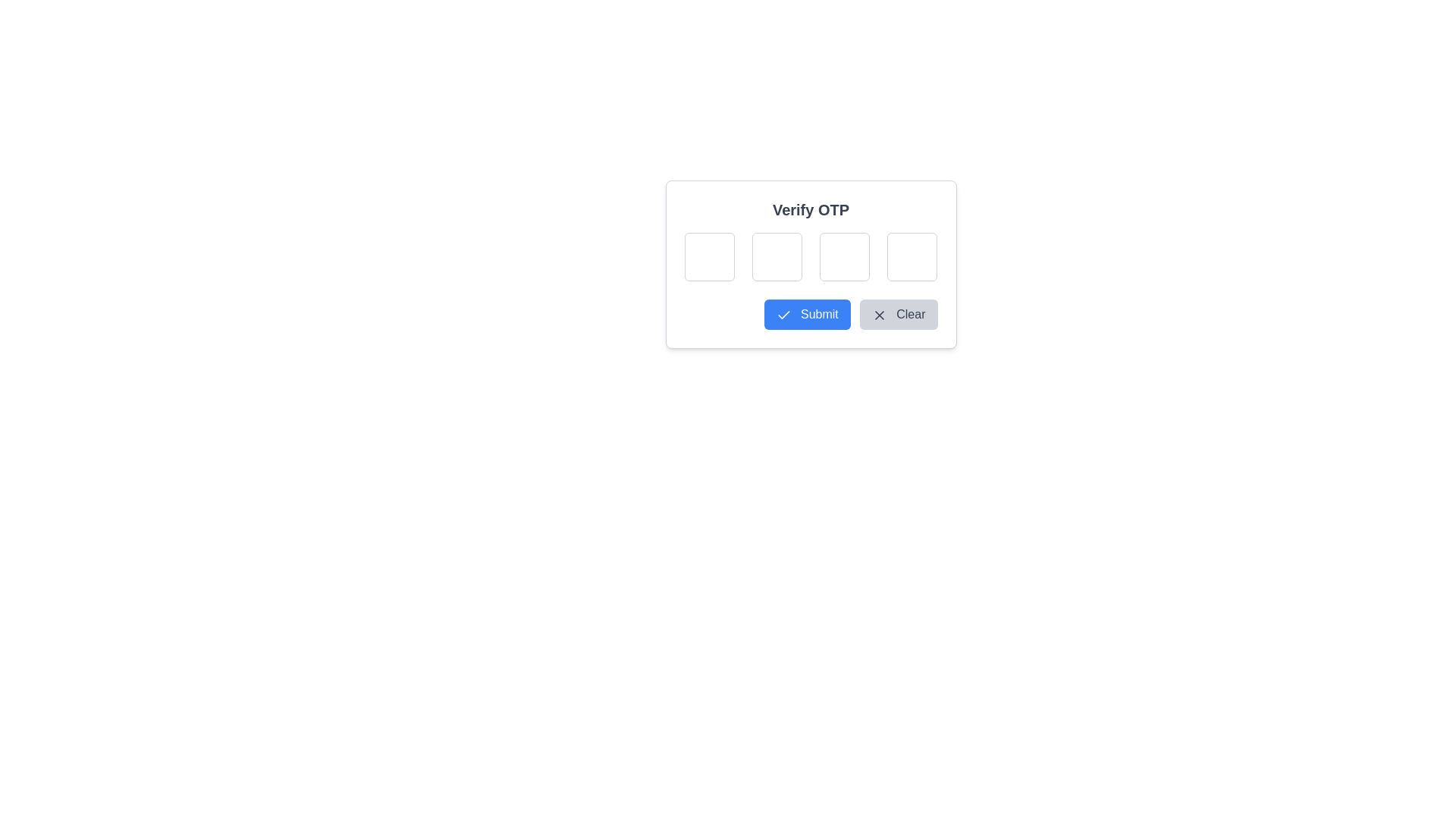 Image resolution: width=1456 pixels, height=819 pixels. I want to click on the 'Verify OTP' text label, which is styled in bold and large font, located at the top of the panel above the OTP input boxes and buttons, so click(810, 210).